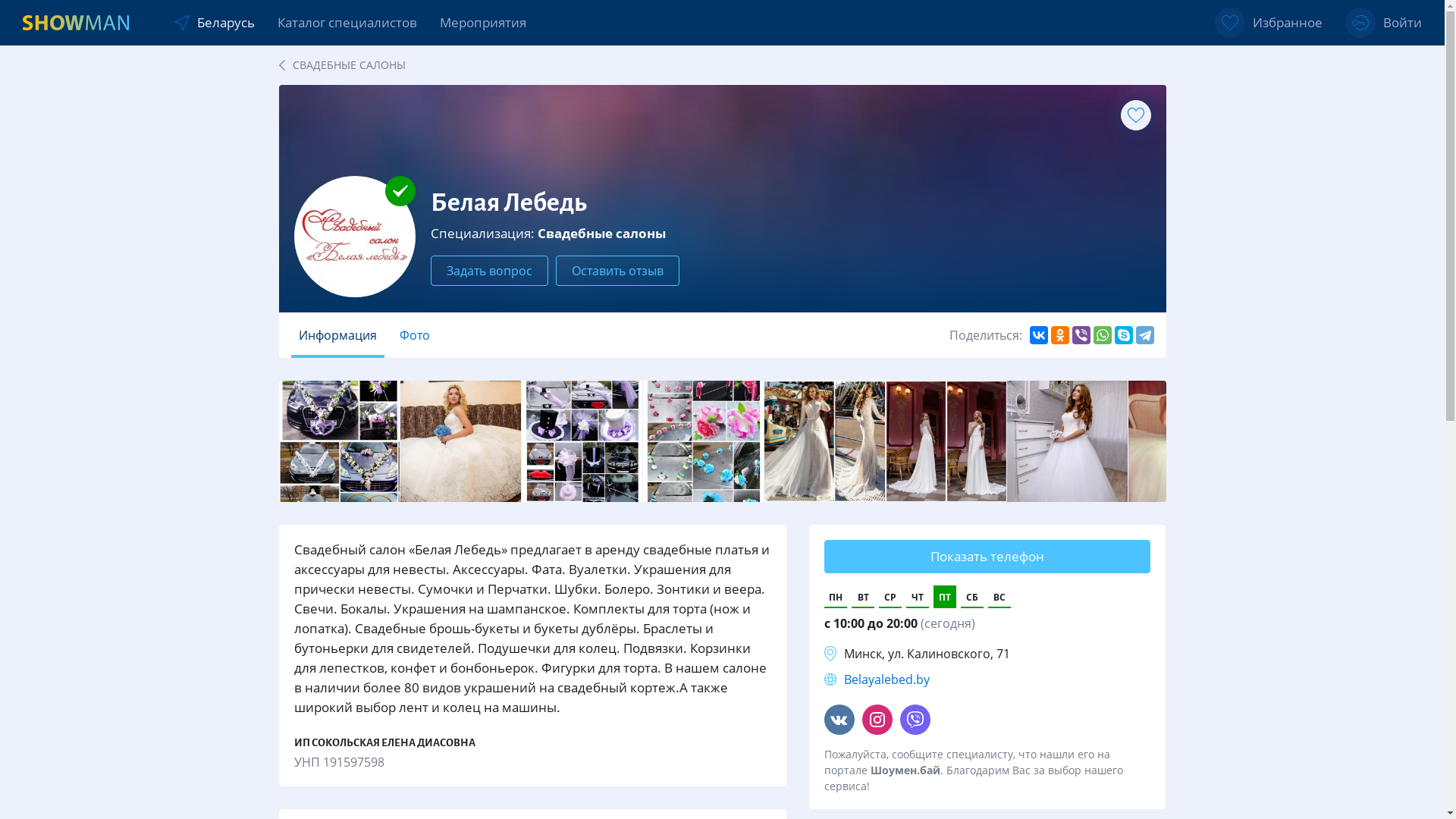 The height and width of the screenshot is (819, 1456). I want to click on 'Telegram', so click(1145, 334).